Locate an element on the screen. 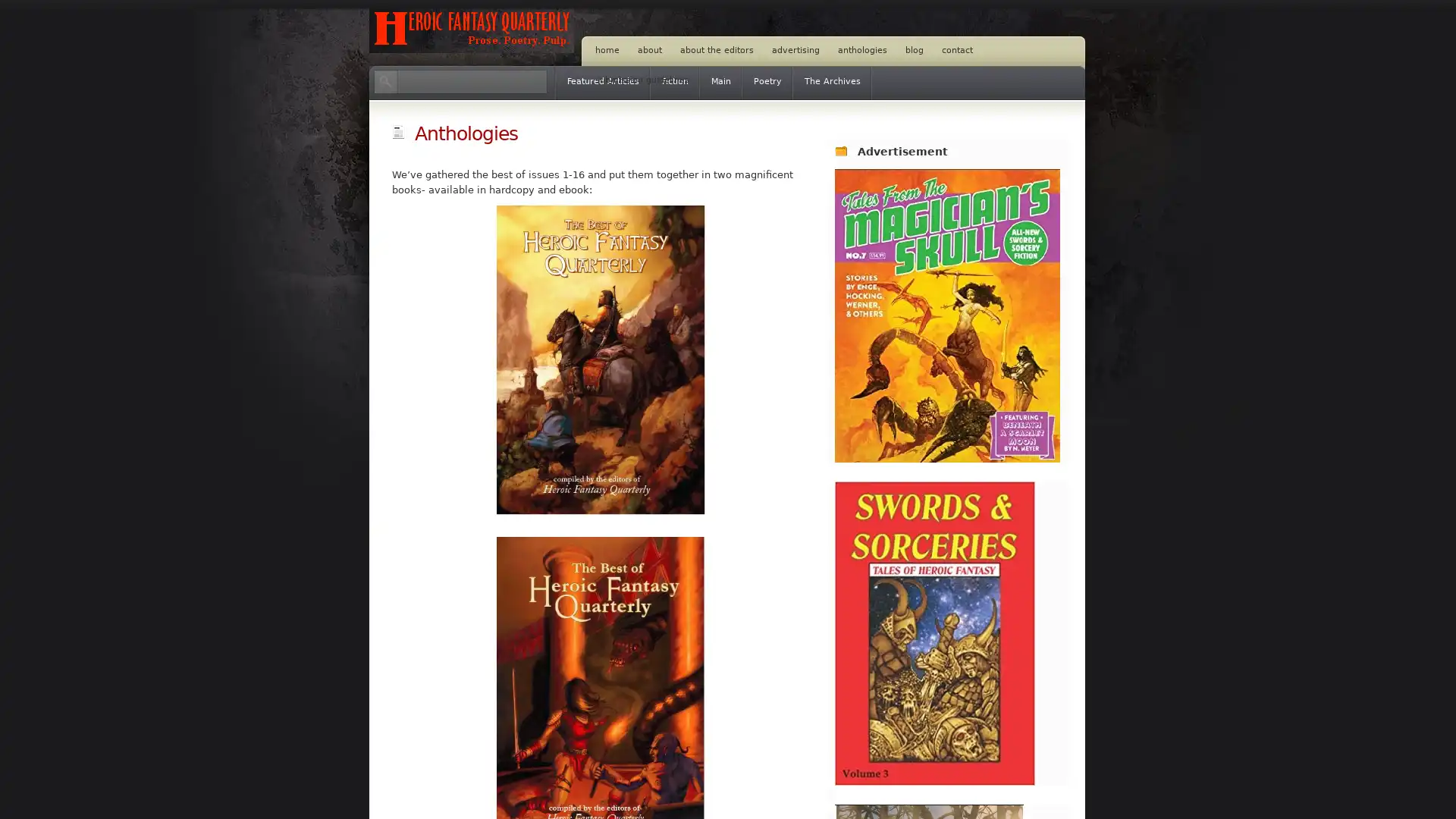 This screenshot has height=819, width=1456. Search is located at coordinates (385, 82).